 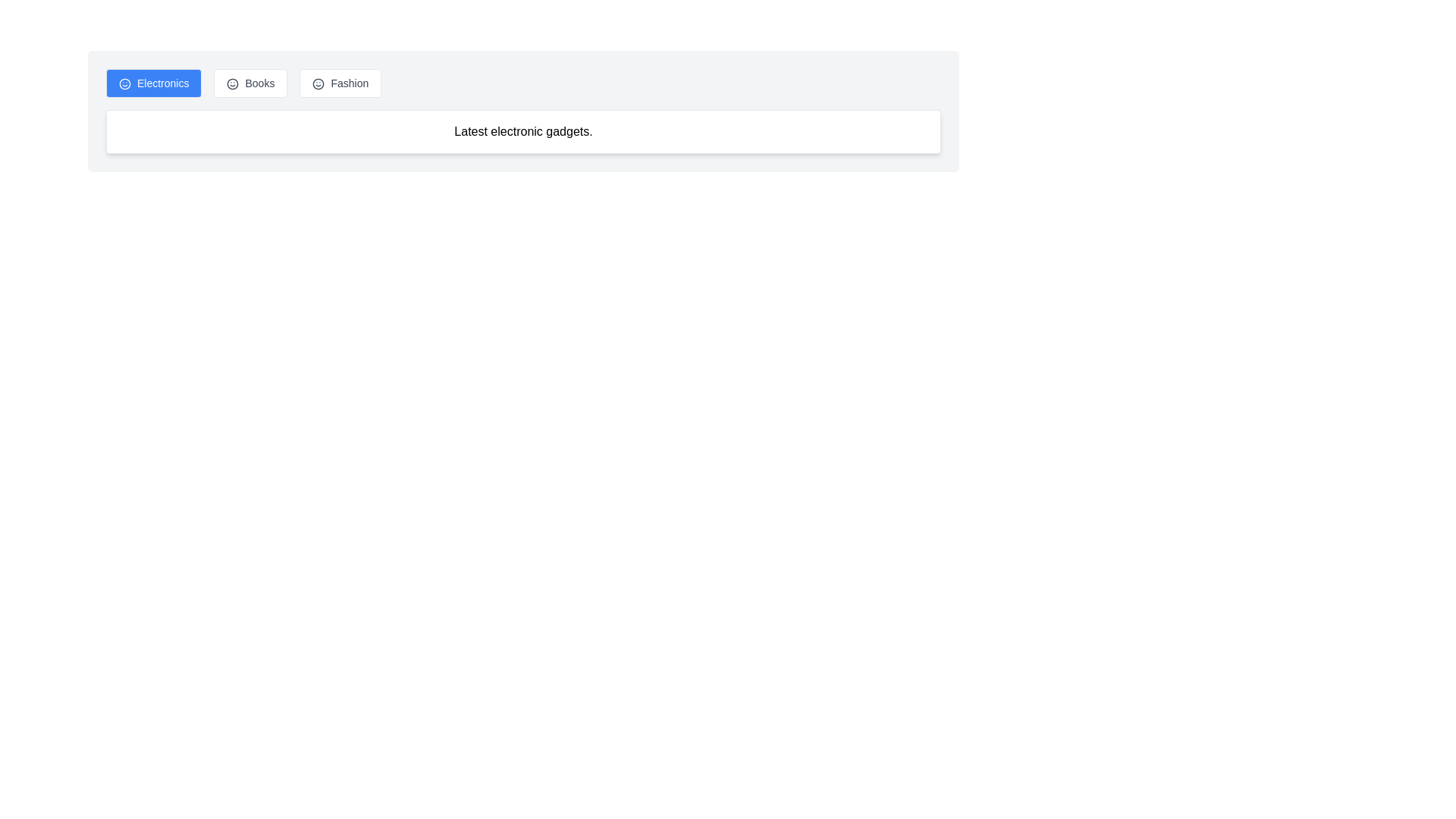 I want to click on the grayscale smiley face icon located to the left of the text 'Books' within the white button, so click(x=232, y=84).